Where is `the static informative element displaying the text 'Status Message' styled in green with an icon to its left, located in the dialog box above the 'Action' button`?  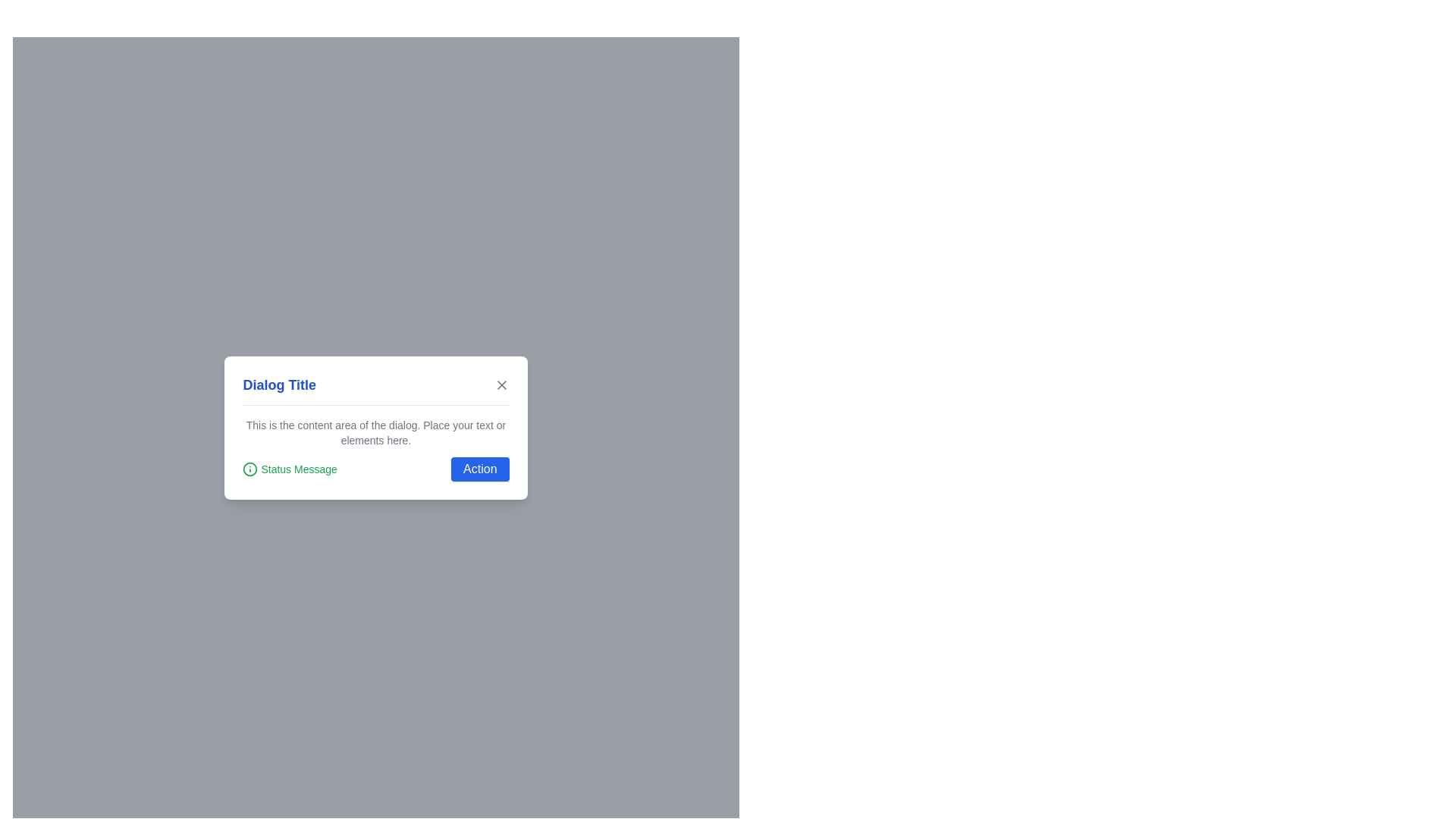
the static informative element displaying the text 'Status Message' styled in green with an icon to its left, located in the dialog box above the 'Action' button is located at coordinates (290, 468).